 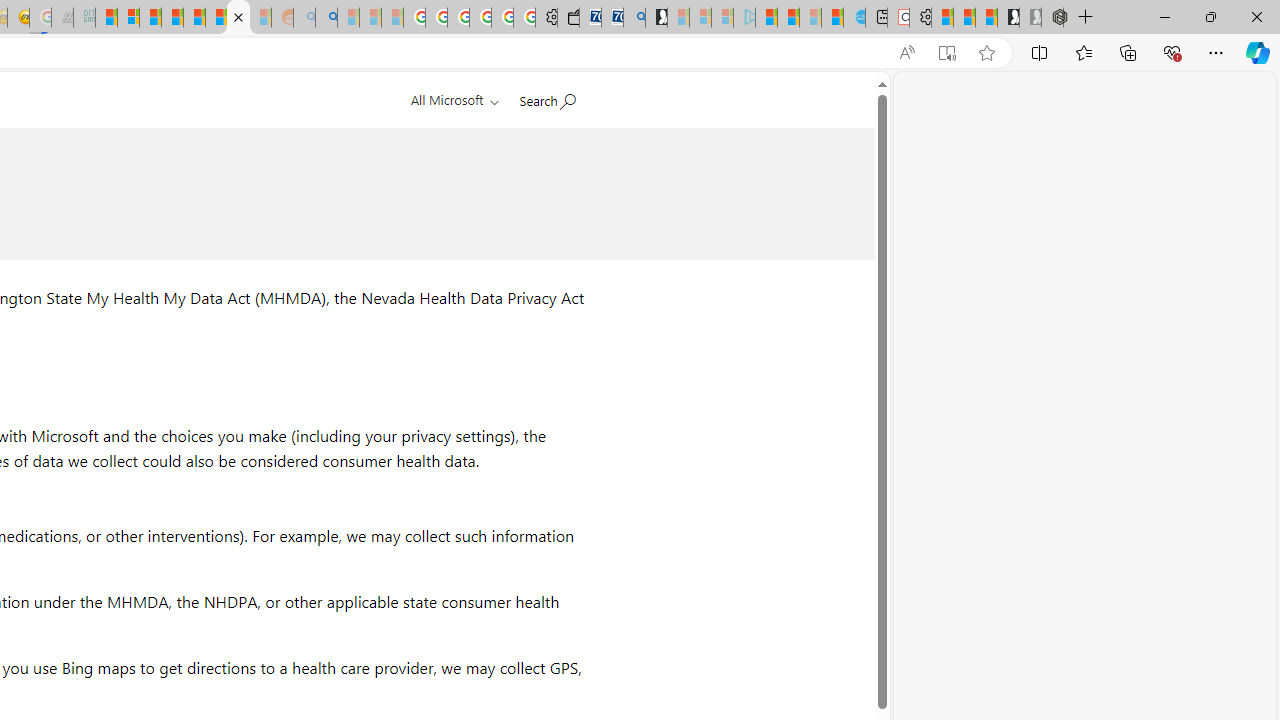 I want to click on 'Cheap Car Rentals - Save70.com', so click(x=611, y=17).